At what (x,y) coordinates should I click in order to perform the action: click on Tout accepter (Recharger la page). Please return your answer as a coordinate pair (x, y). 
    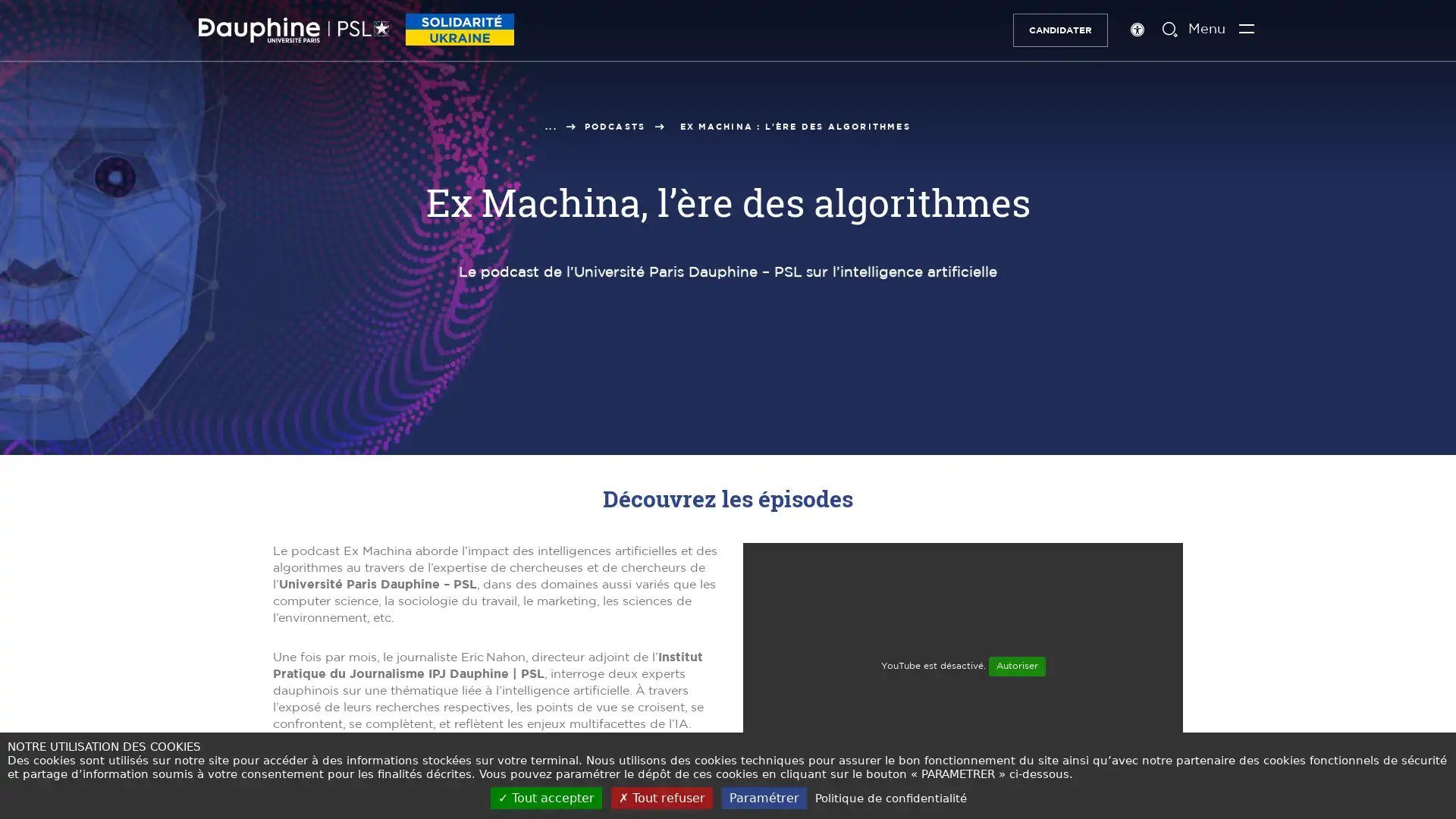
    Looking at the image, I should click on (545, 797).